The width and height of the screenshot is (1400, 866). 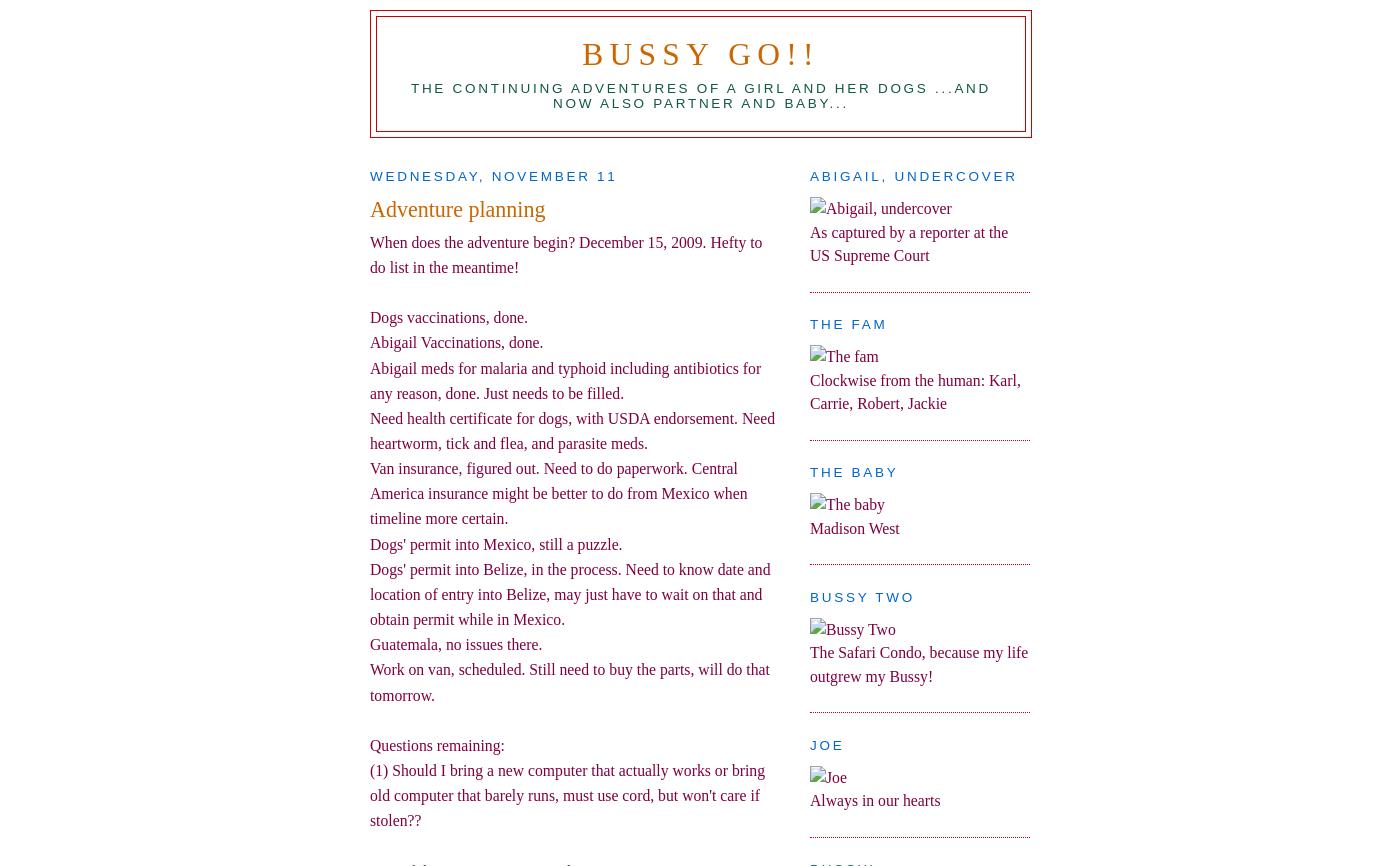 I want to click on '(1) Should I bring a new computer that actually works or bring old computer that barely runs, must use cord, but won't care if stolen??', so click(x=567, y=794).